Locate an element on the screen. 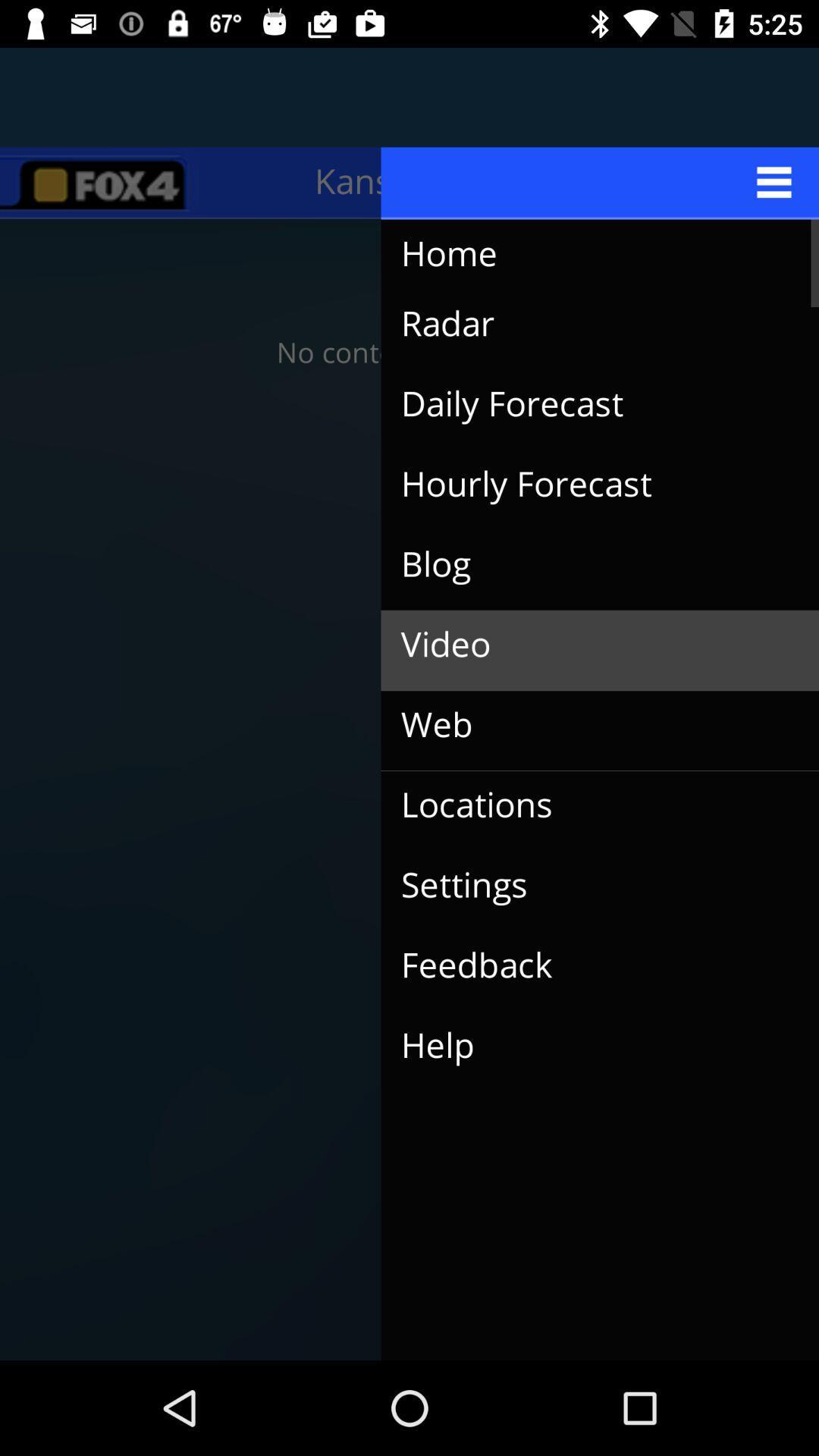 The image size is (819, 1456). a menu option on a page is located at coordinates (599, 182).